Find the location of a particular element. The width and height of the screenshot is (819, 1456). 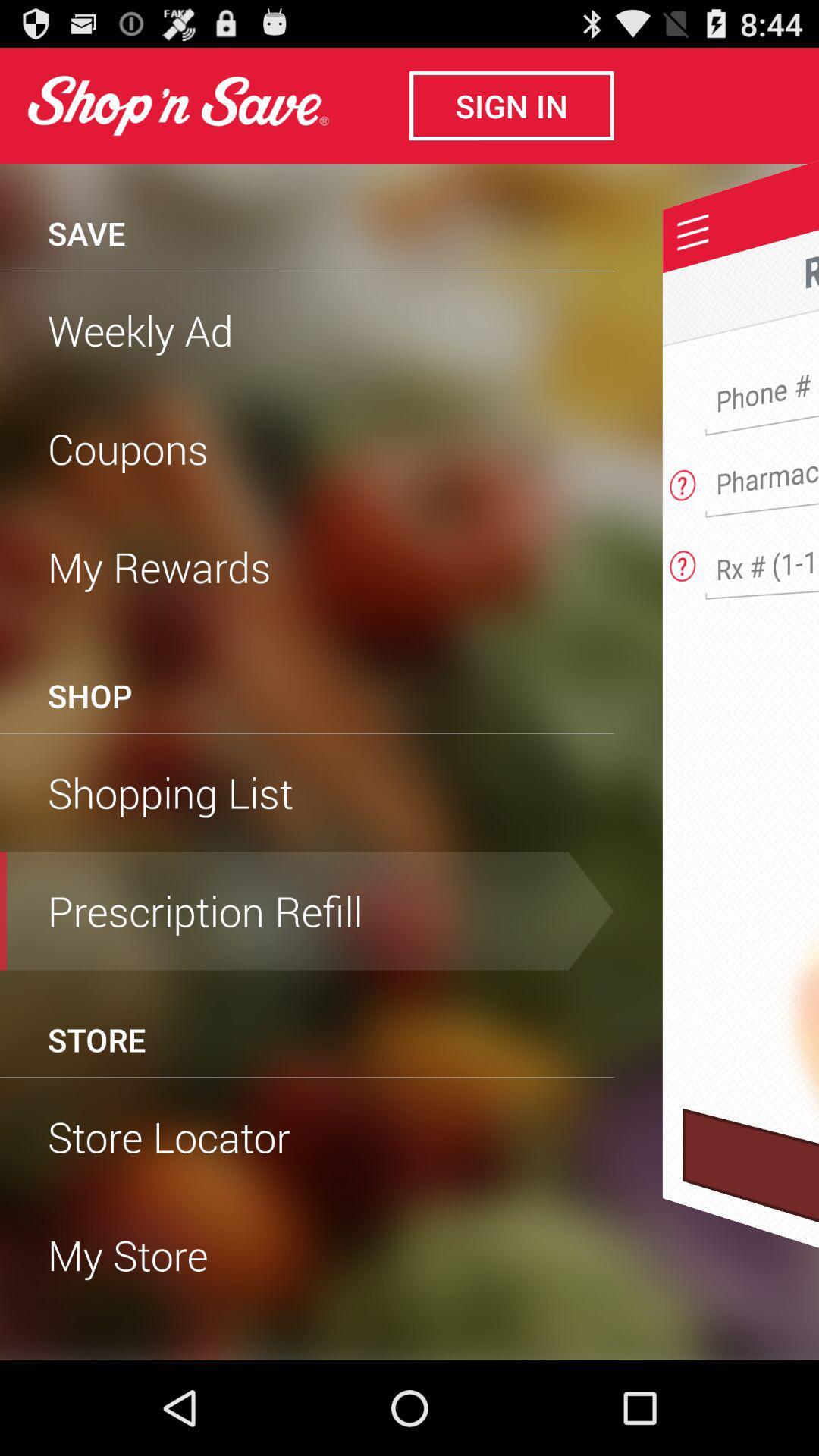

the item above shopping list item is located at coordinates (307, 733).